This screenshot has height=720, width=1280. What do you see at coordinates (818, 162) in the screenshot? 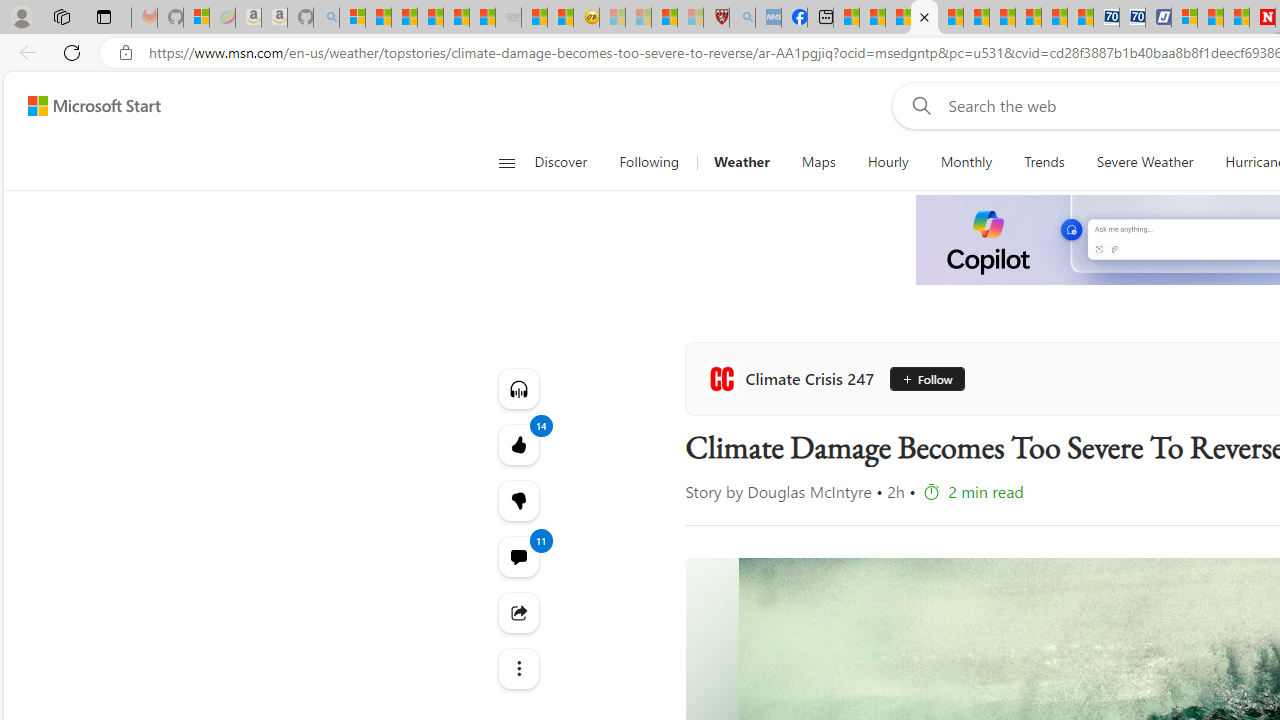
I see `'Maps'` at bounding box center [818, 162].